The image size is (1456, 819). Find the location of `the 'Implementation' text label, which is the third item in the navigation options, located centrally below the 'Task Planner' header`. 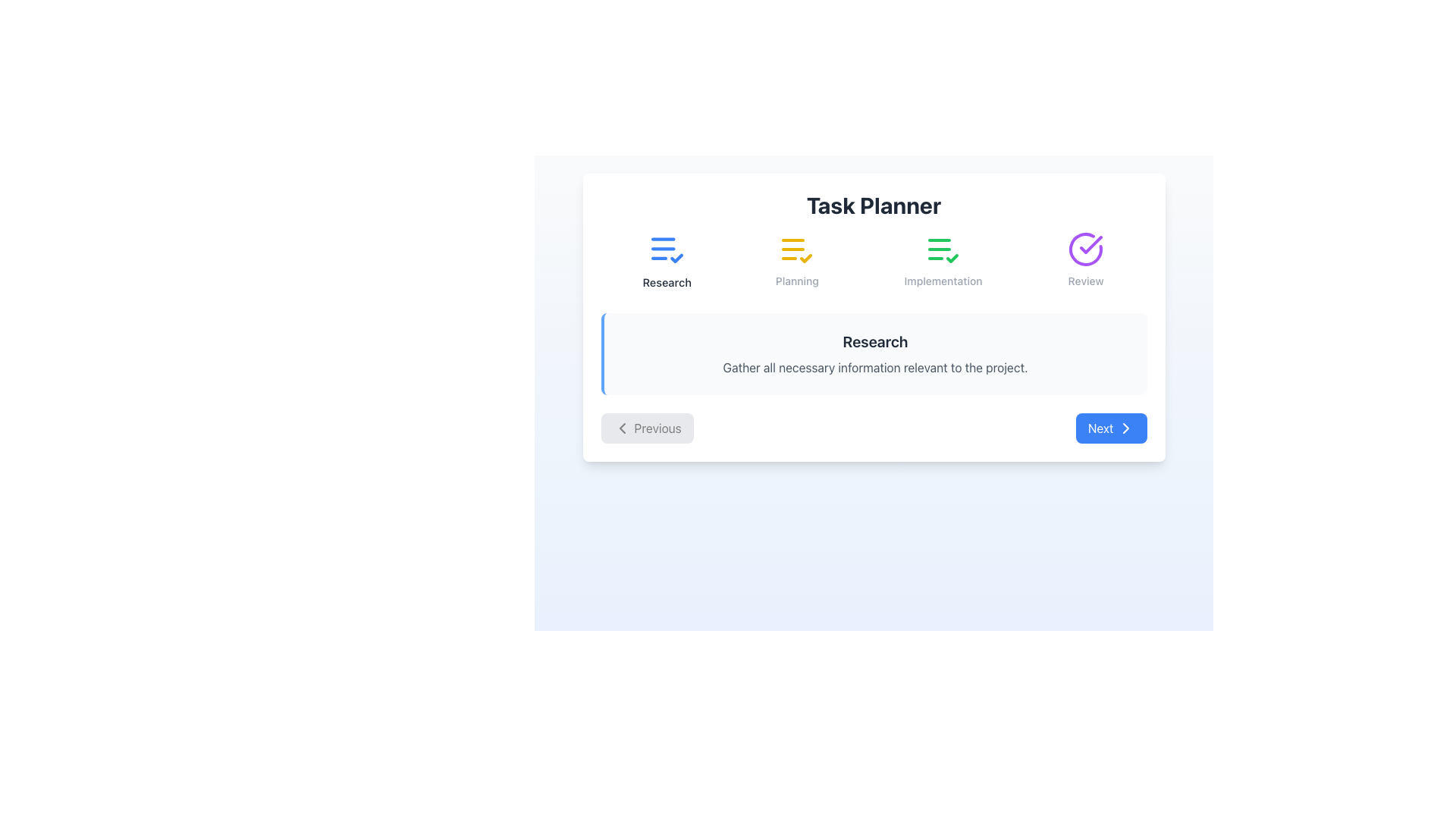

the 'Implementation' text label, which is the third item in the navigation options, located centrally below the 'Task Planner' header is located at coordinates (942, 281).